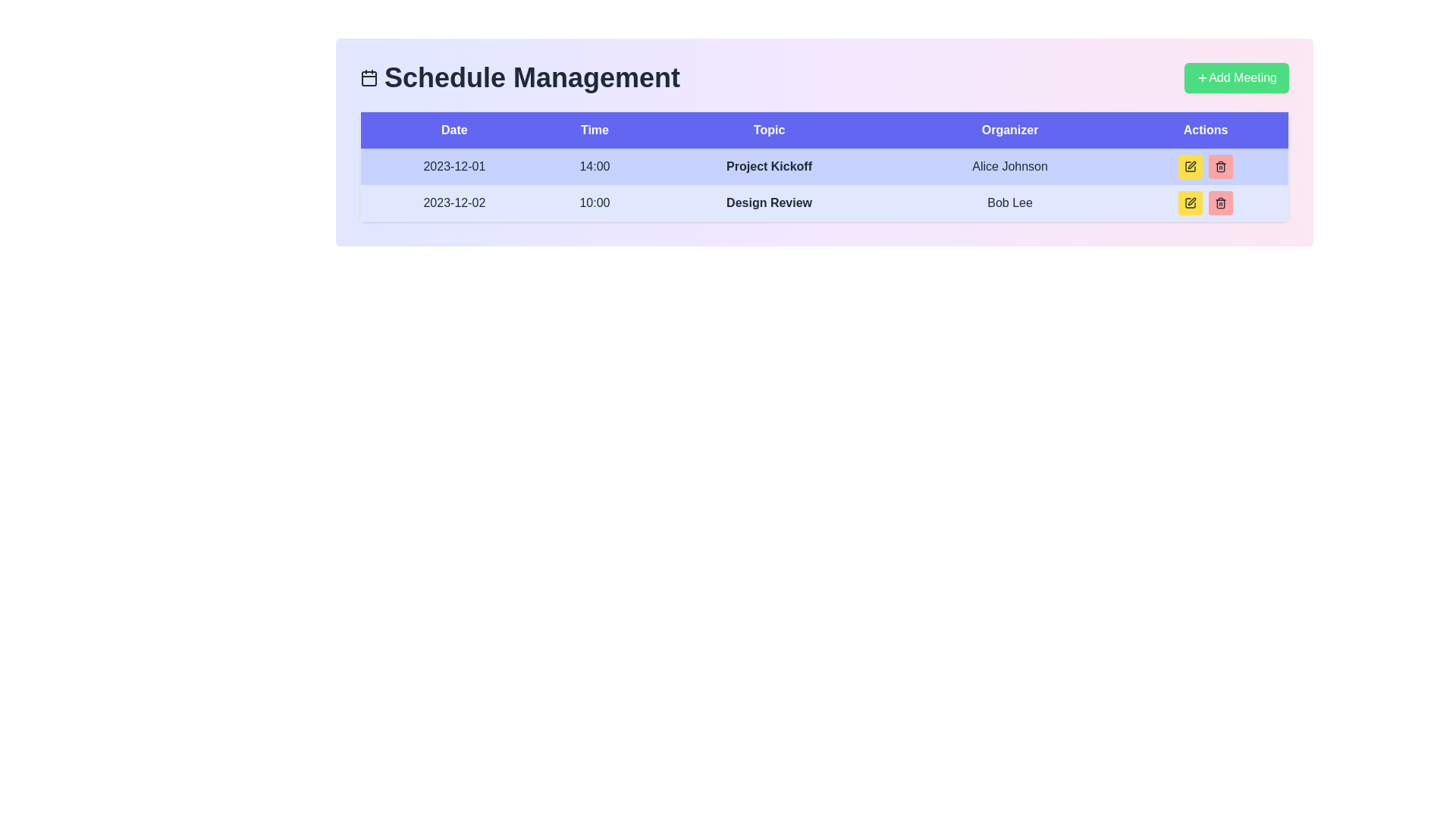  Describe the element at coordinates (1221, 166) in the screenshot. I see `the delete button located` at that location.